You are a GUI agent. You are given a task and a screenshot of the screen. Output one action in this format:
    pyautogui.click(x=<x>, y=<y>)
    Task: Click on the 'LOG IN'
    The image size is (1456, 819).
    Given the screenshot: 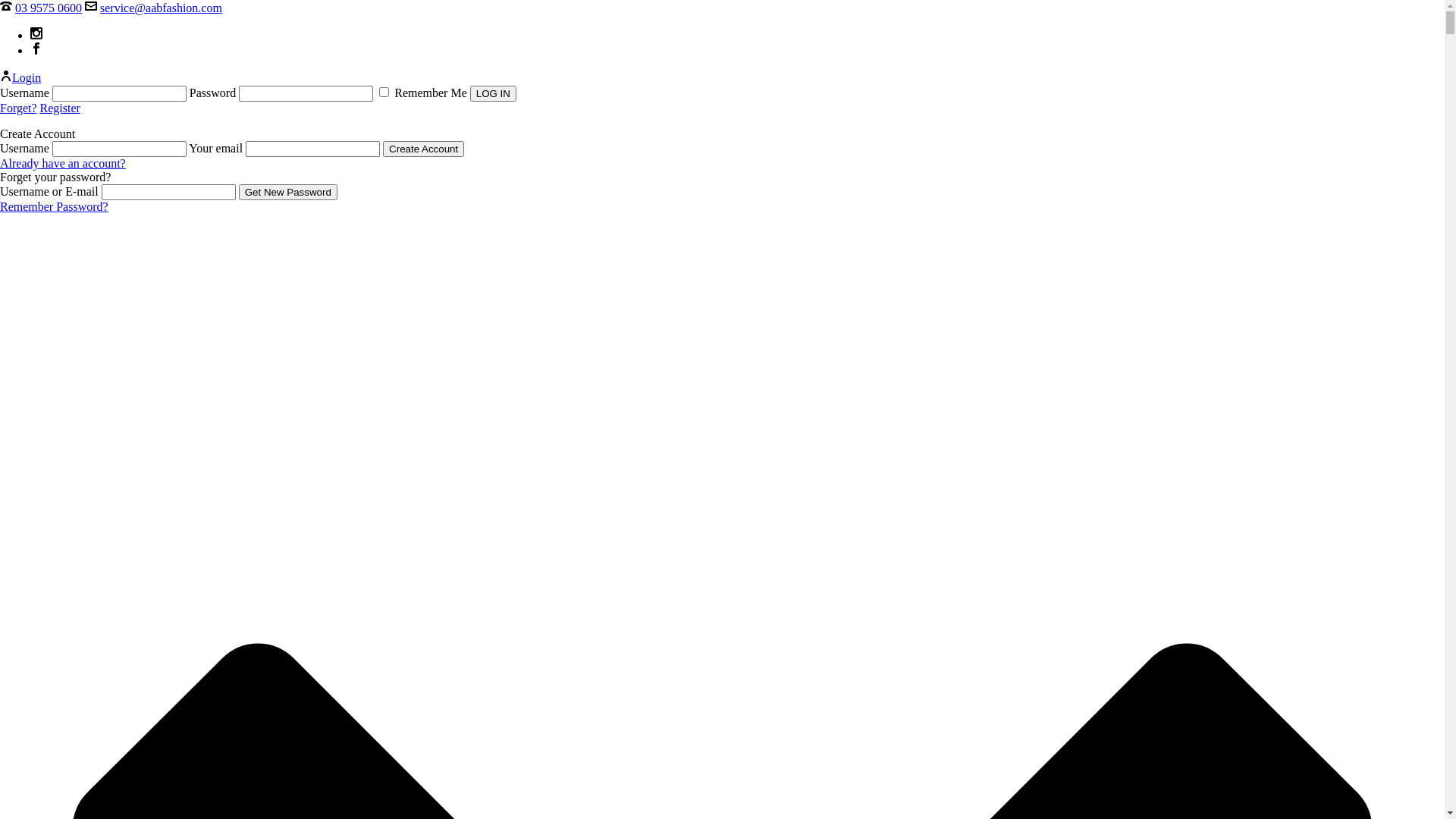 What is the action you would take?
    pyautogui.click(x=493, y=93)
    